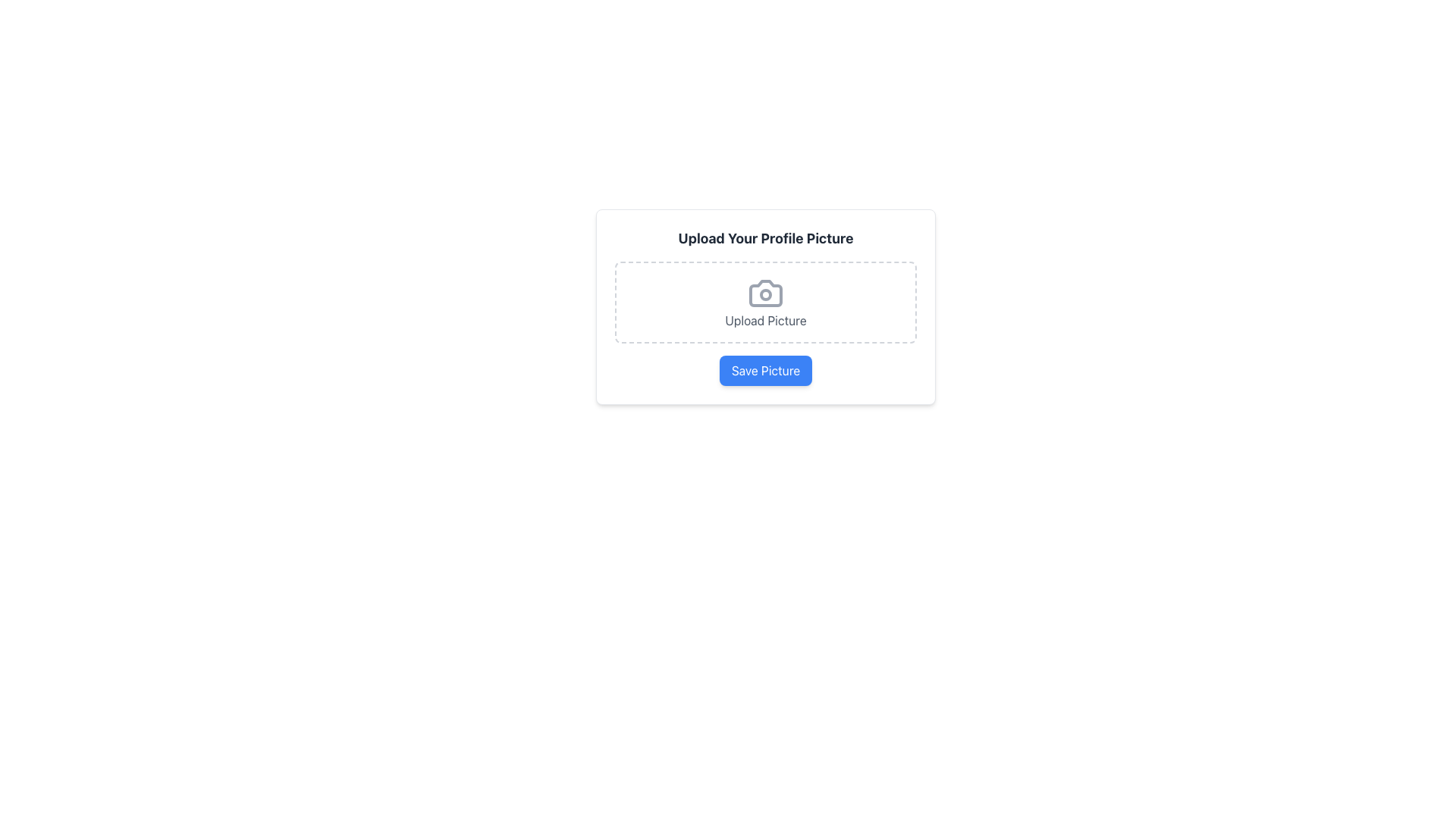 The image size is (1456, 819). Describe the element at coordinates (765, 371) in the screenshot. I see `the 'Save Picture' button with a blue background and white text located at the bottom of the 'Upload Your Profile Picture' section` at that location.